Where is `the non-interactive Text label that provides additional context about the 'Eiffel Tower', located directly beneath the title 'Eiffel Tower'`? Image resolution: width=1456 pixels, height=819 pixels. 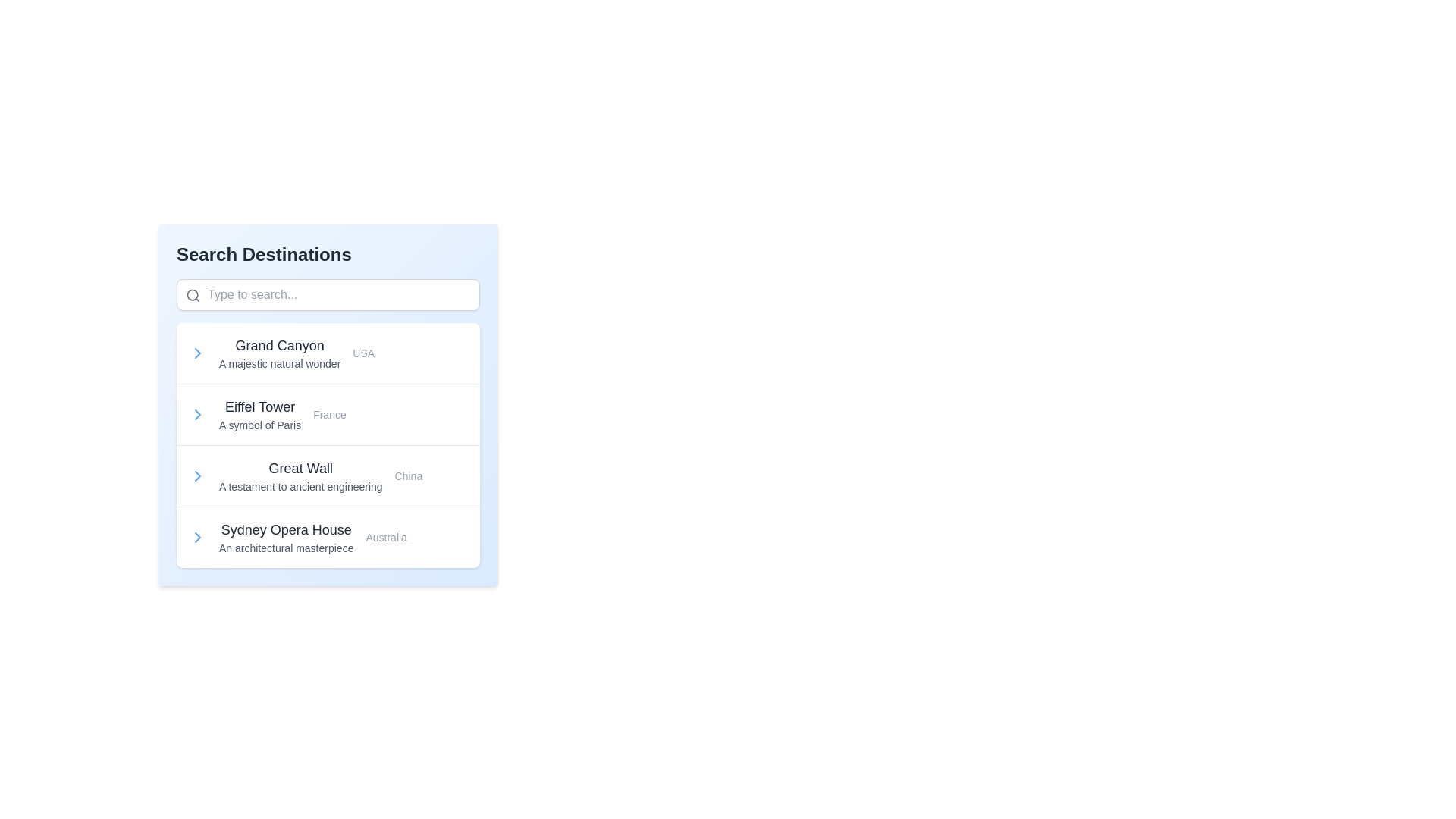
the non-interactive Text label that provides additional context about the 'Eiffel Tower', located directly beneath the title 'Eiffel Tower' is located at coordinates (260, 425).